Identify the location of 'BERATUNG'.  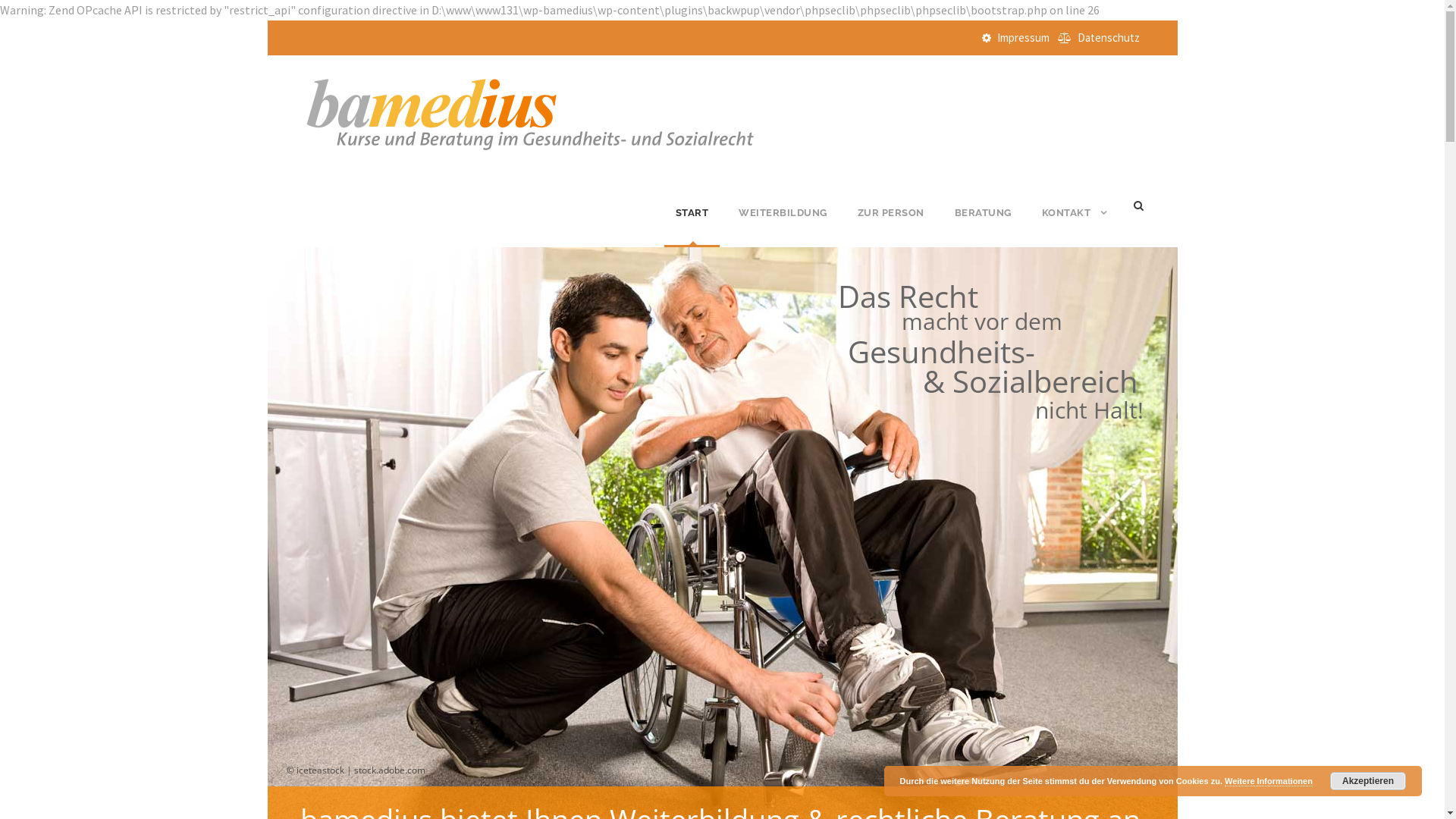
(982, 225).